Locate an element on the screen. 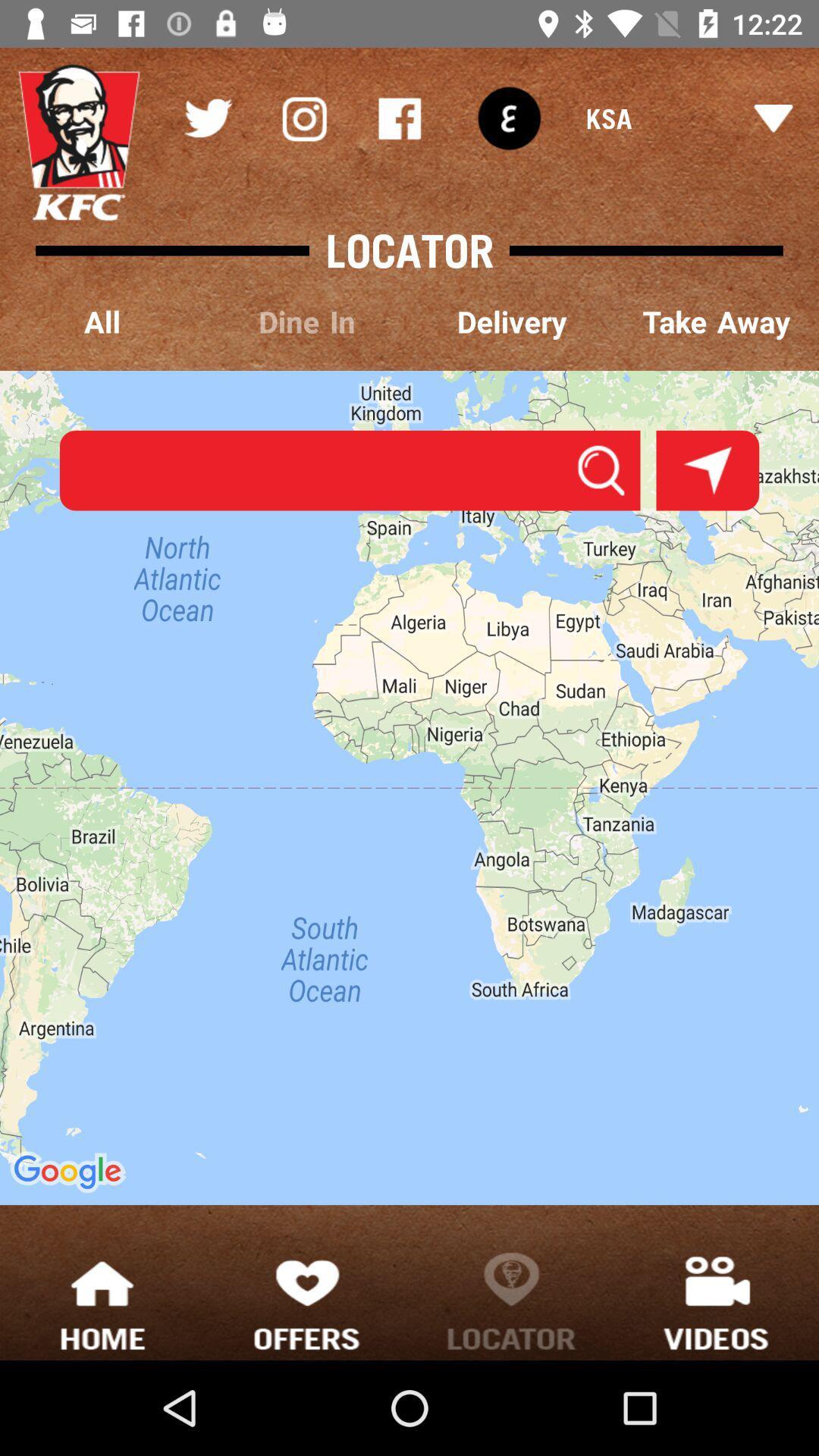 This screenshot has height=1456, width=819. icon below all item is located at coordinates (350, 469).